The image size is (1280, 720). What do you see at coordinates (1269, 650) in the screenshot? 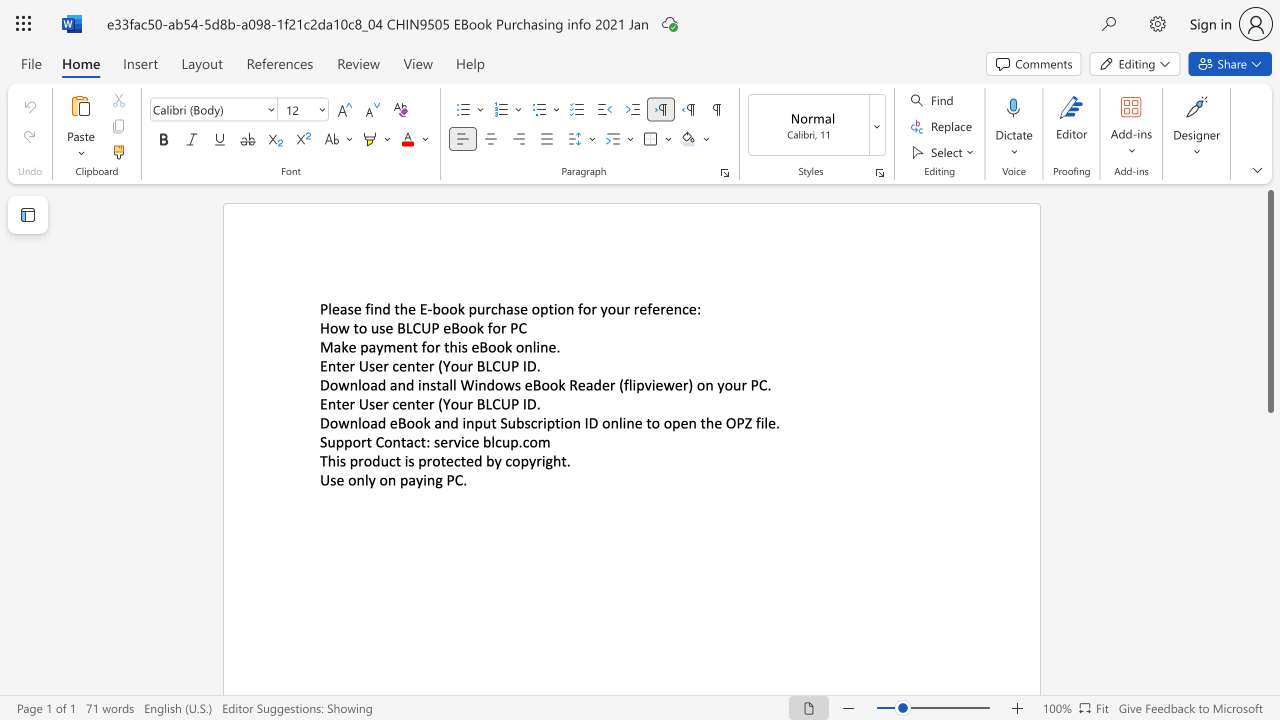
I see `the scrollbar to move the view down` at bounding box center [1269, 650].